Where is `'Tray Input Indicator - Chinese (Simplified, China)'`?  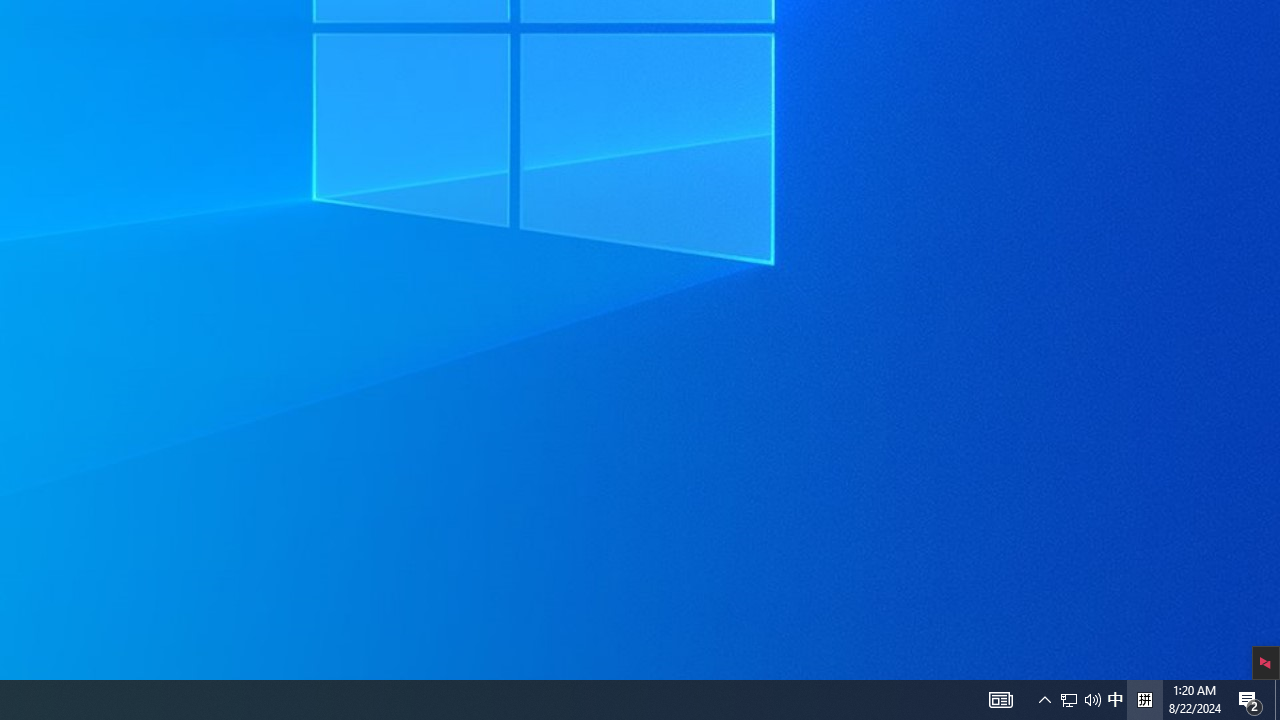
'Tray Input Indicator - Chinese (Simplified, China)' is located at coordinates (1144, 698).